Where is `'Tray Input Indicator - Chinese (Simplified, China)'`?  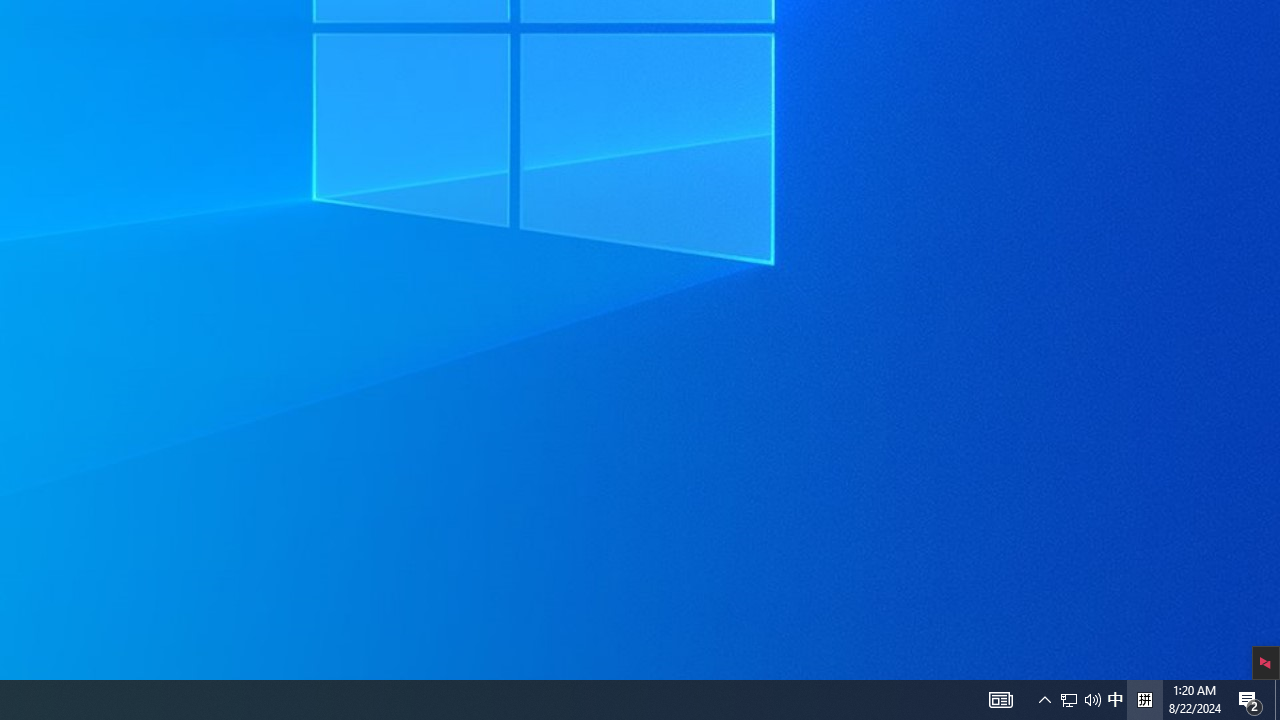
'Tray Input Indicator - Chinese (Simplified, China)' is located at coordinates (1144, 698).